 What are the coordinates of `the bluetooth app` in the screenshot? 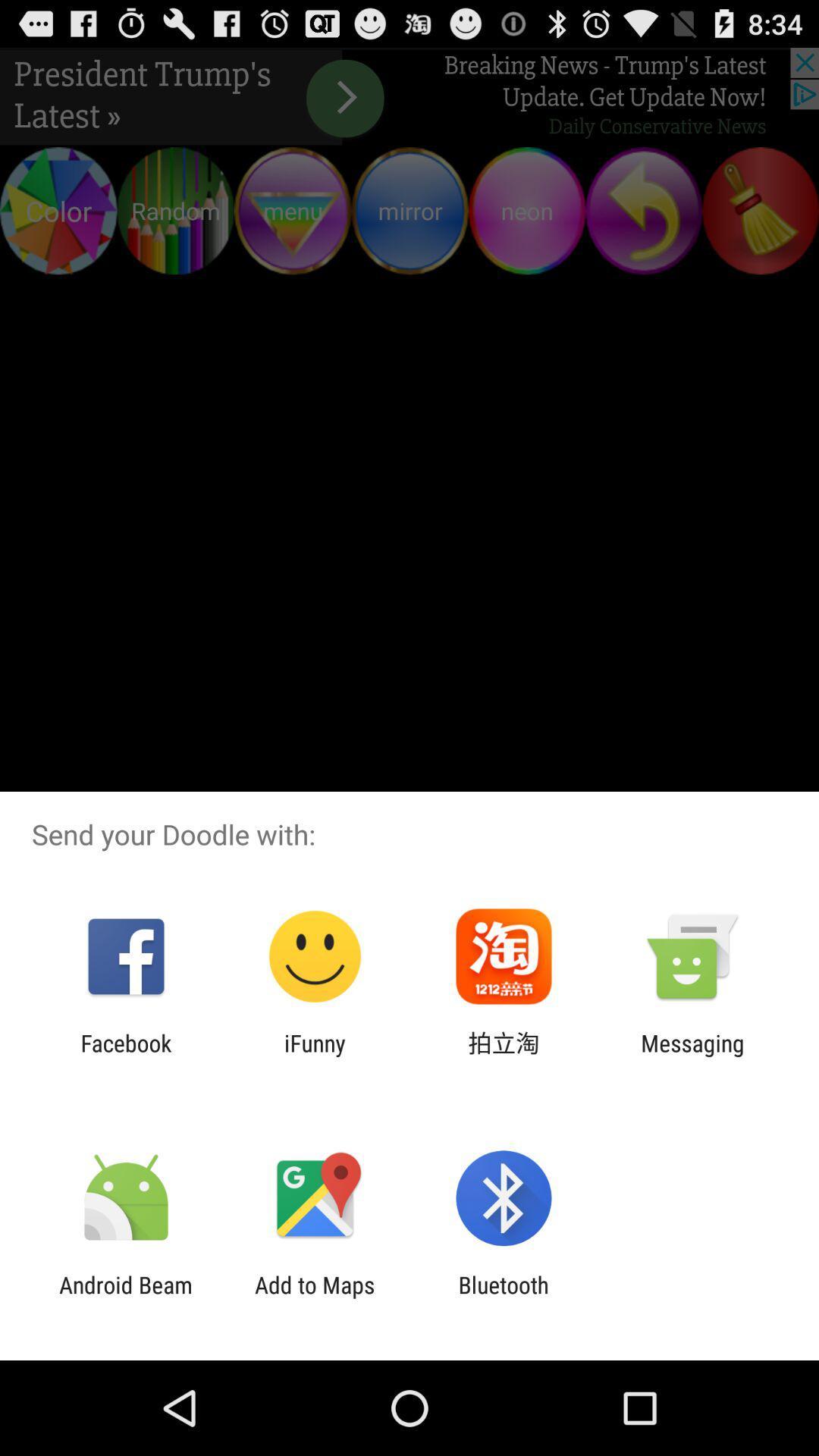 It's located at (504, 1298).